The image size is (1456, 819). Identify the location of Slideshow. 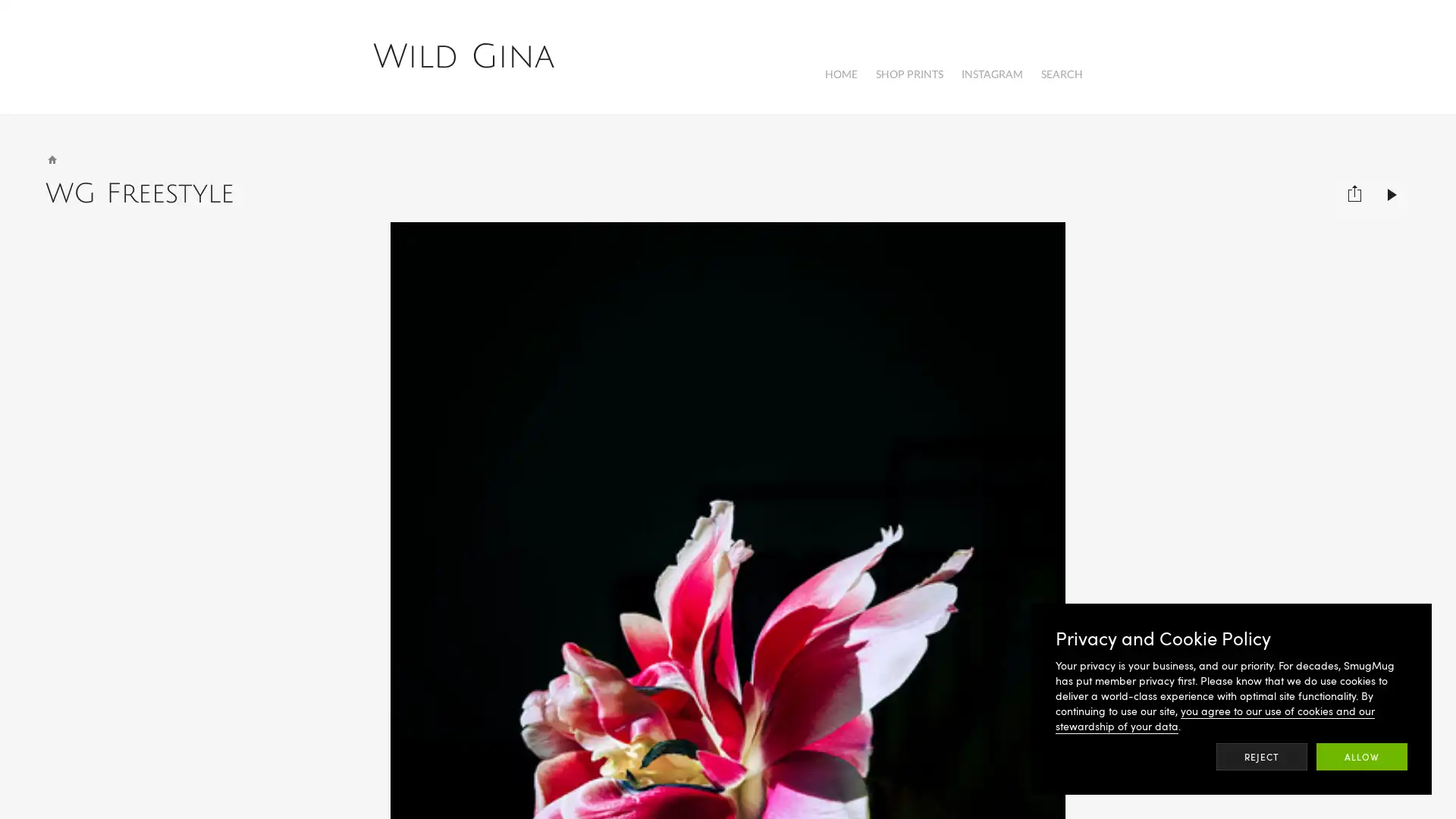
(1392, 185).